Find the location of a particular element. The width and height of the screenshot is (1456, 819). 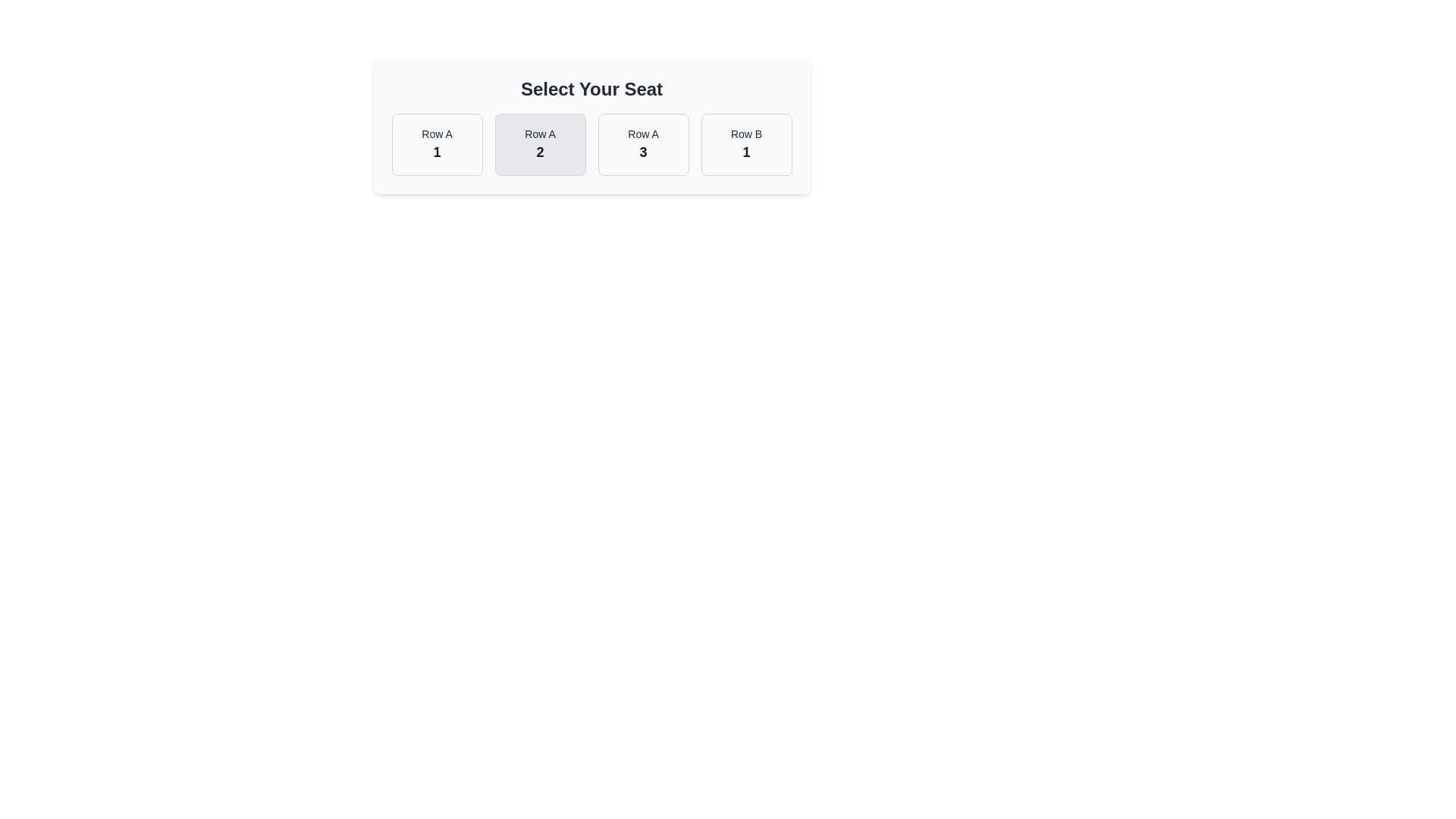

the label indicating 'Row A' which is part of the button-like component labeled 'Row A2' in the horizontal list of choices is located at coordinates (540, 133).